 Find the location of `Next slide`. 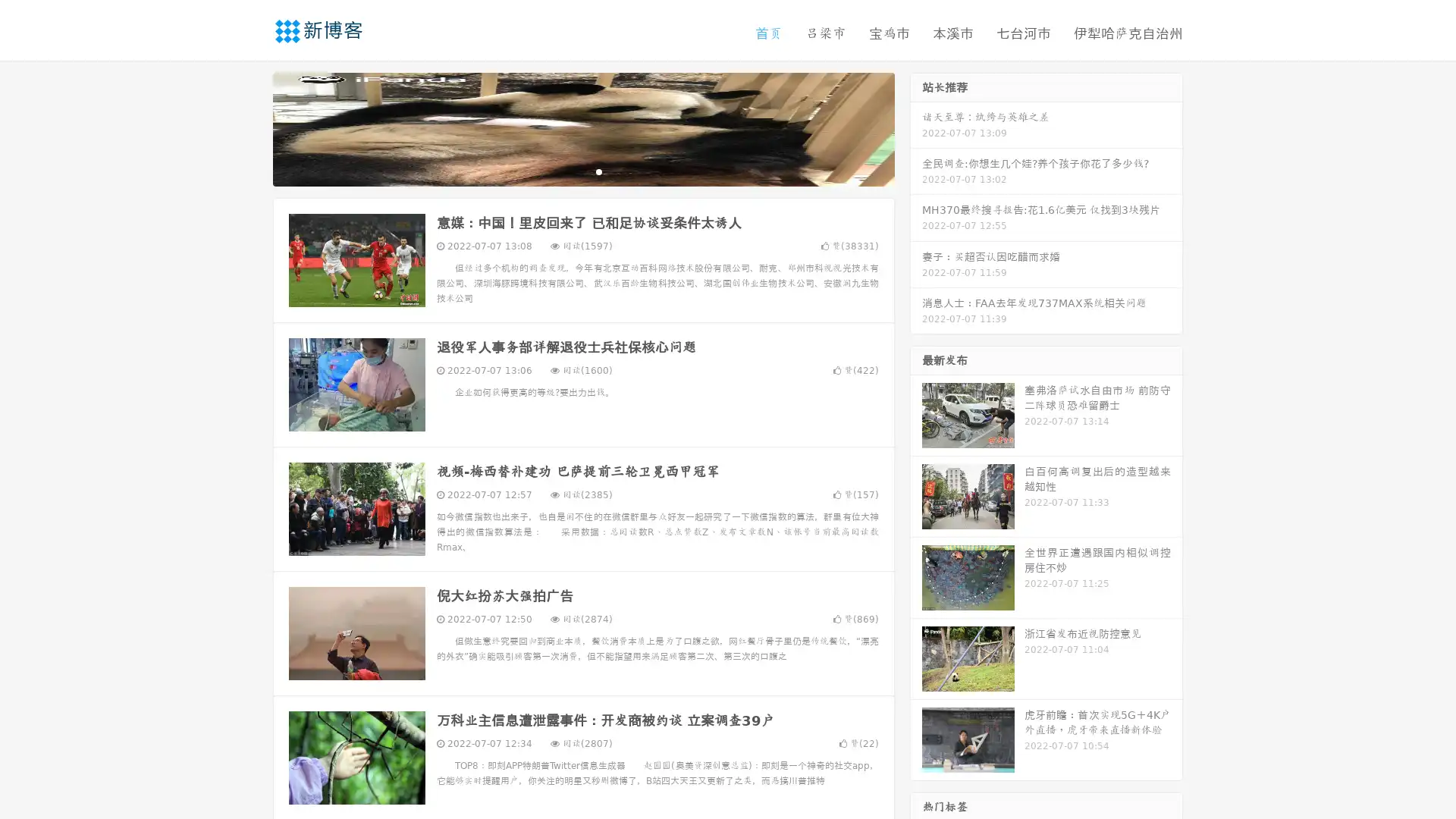

Next slide is located at coordinates (916, 127).